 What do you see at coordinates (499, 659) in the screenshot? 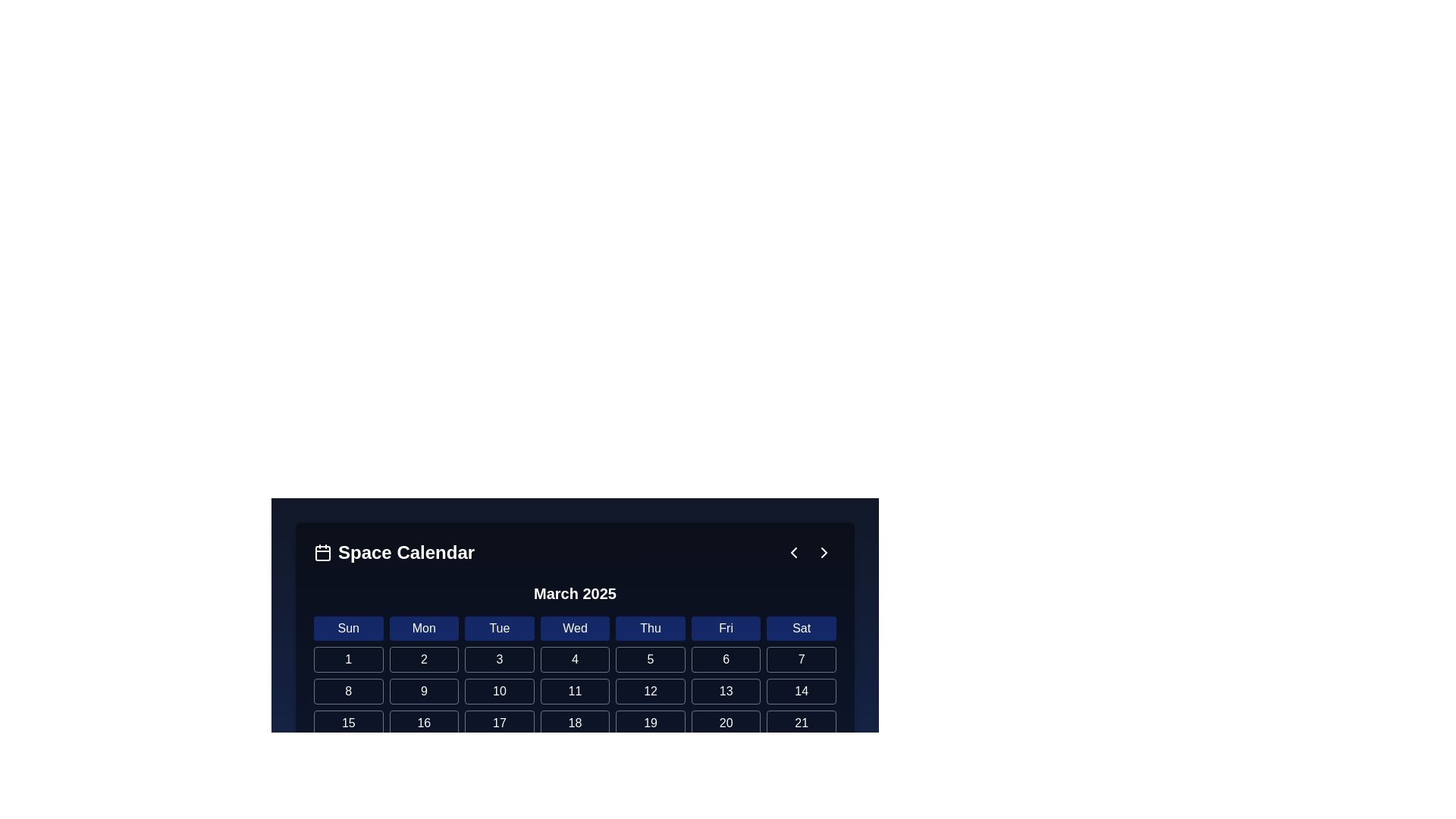
I see `the static text component representing the calendar date '3' located in the second row of the calendar grid below 'Tue'` at bounding box center [499, 659].